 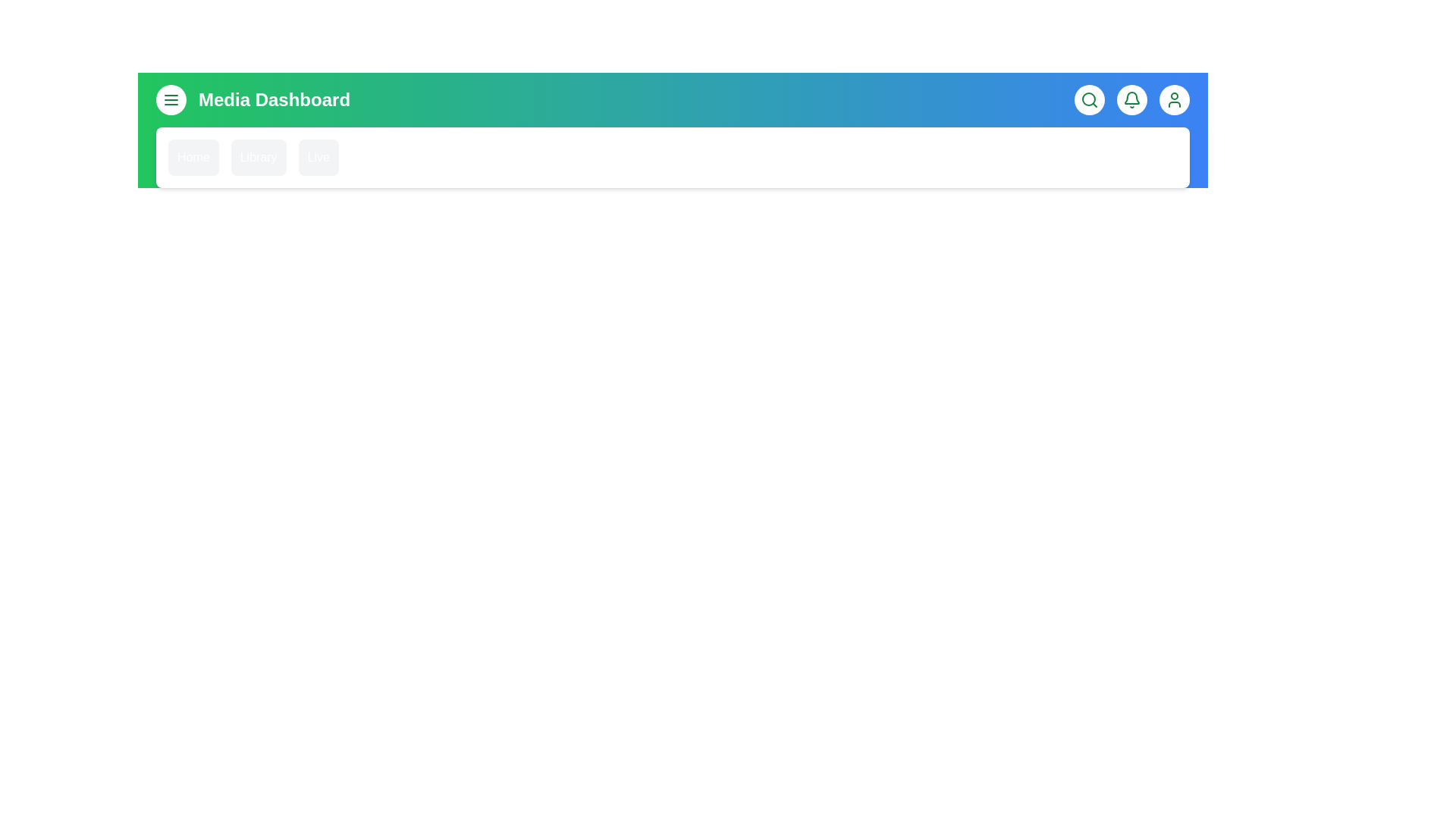 What do you see at coordinates (258, 158) in the screenshot?
I see `the 'Library' menu item` at bounding box center [258, 158].